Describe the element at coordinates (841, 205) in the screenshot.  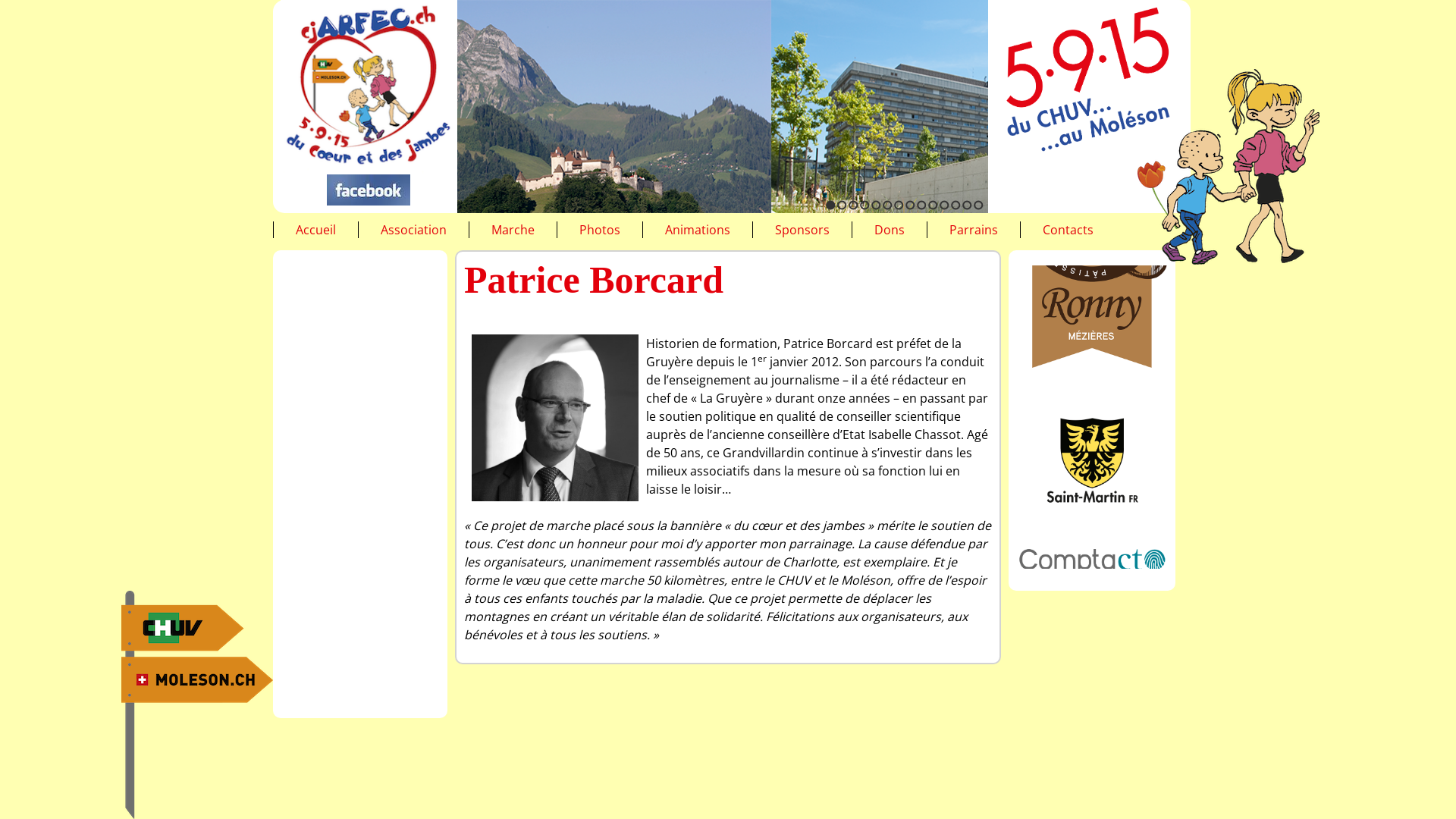
I see `'2'` at that location.